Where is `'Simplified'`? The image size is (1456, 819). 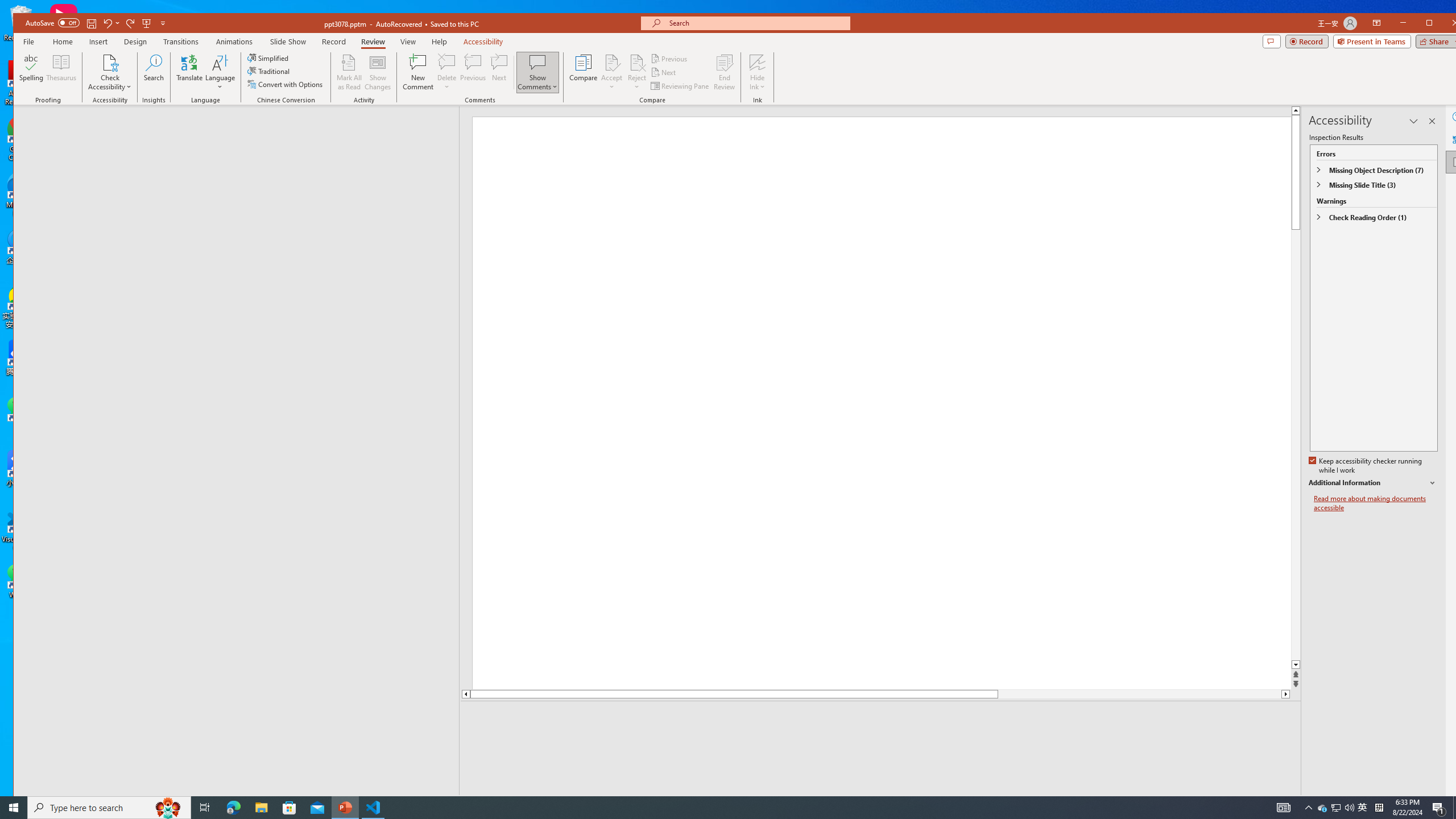 'Simplified' is located at coordinates (268, 58).